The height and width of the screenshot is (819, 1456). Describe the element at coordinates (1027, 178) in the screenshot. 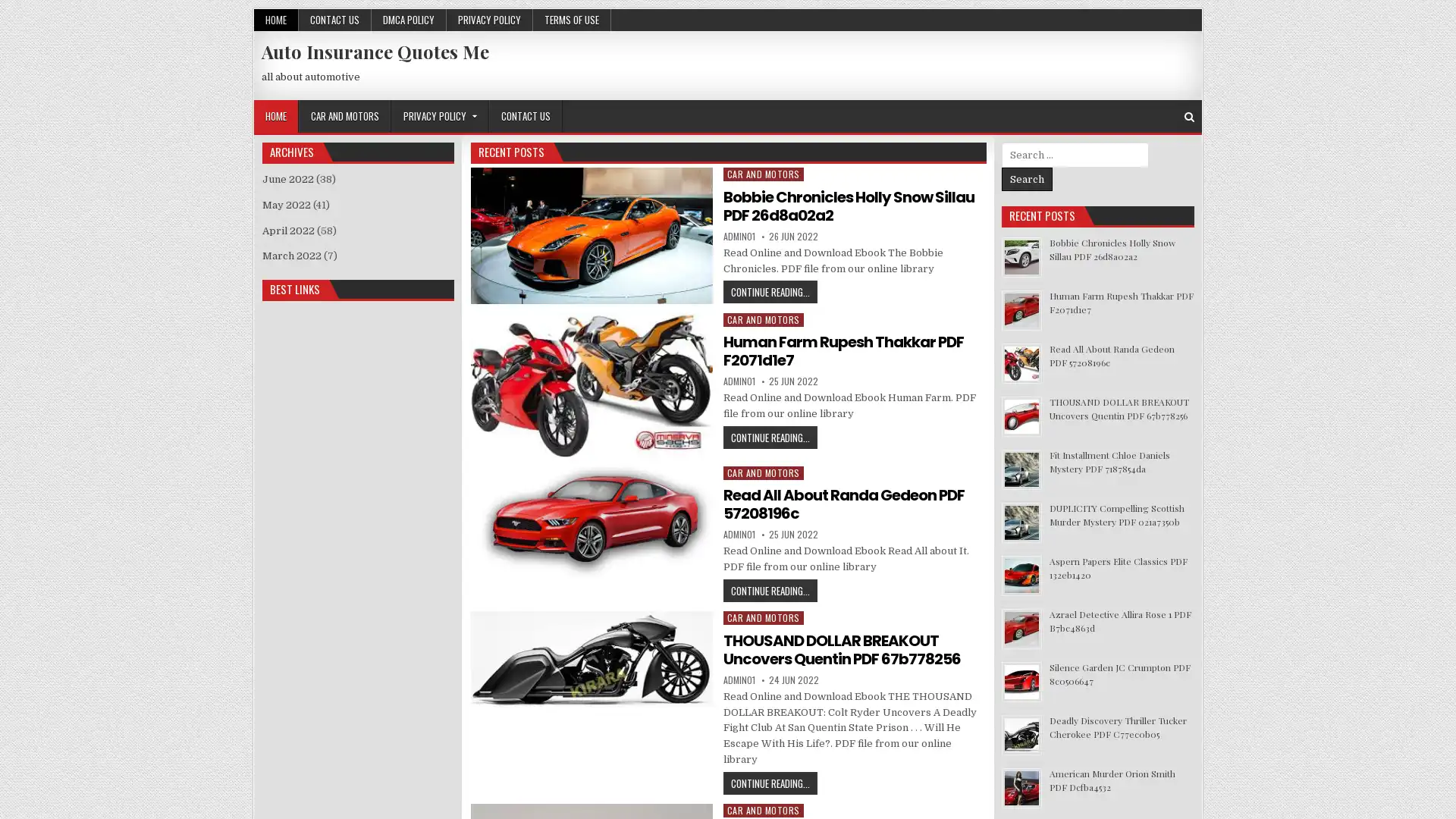

I see `Search` at that location.